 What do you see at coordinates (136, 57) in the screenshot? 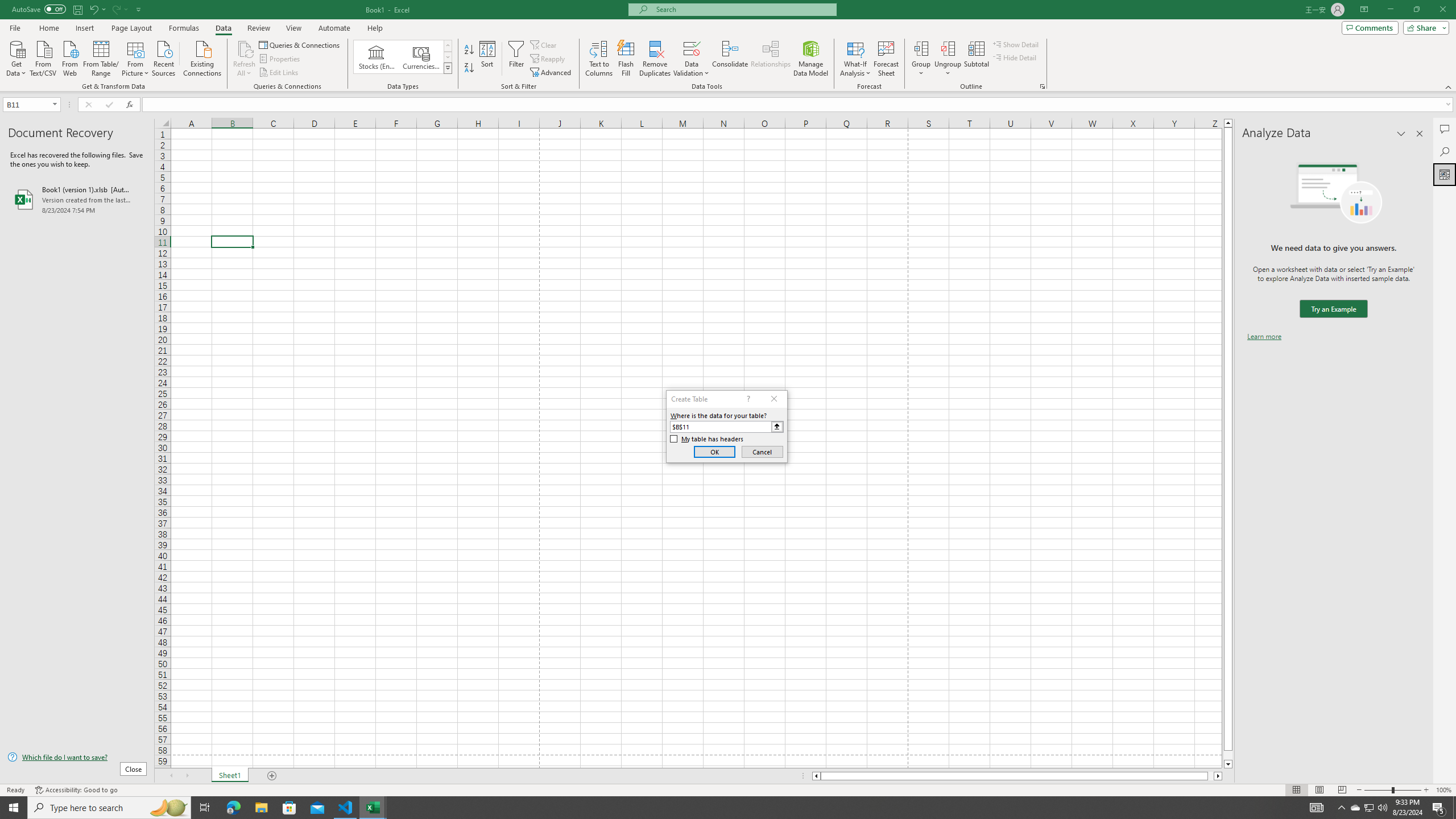
I see `'From Picture'` at bounding box center [136, 57].